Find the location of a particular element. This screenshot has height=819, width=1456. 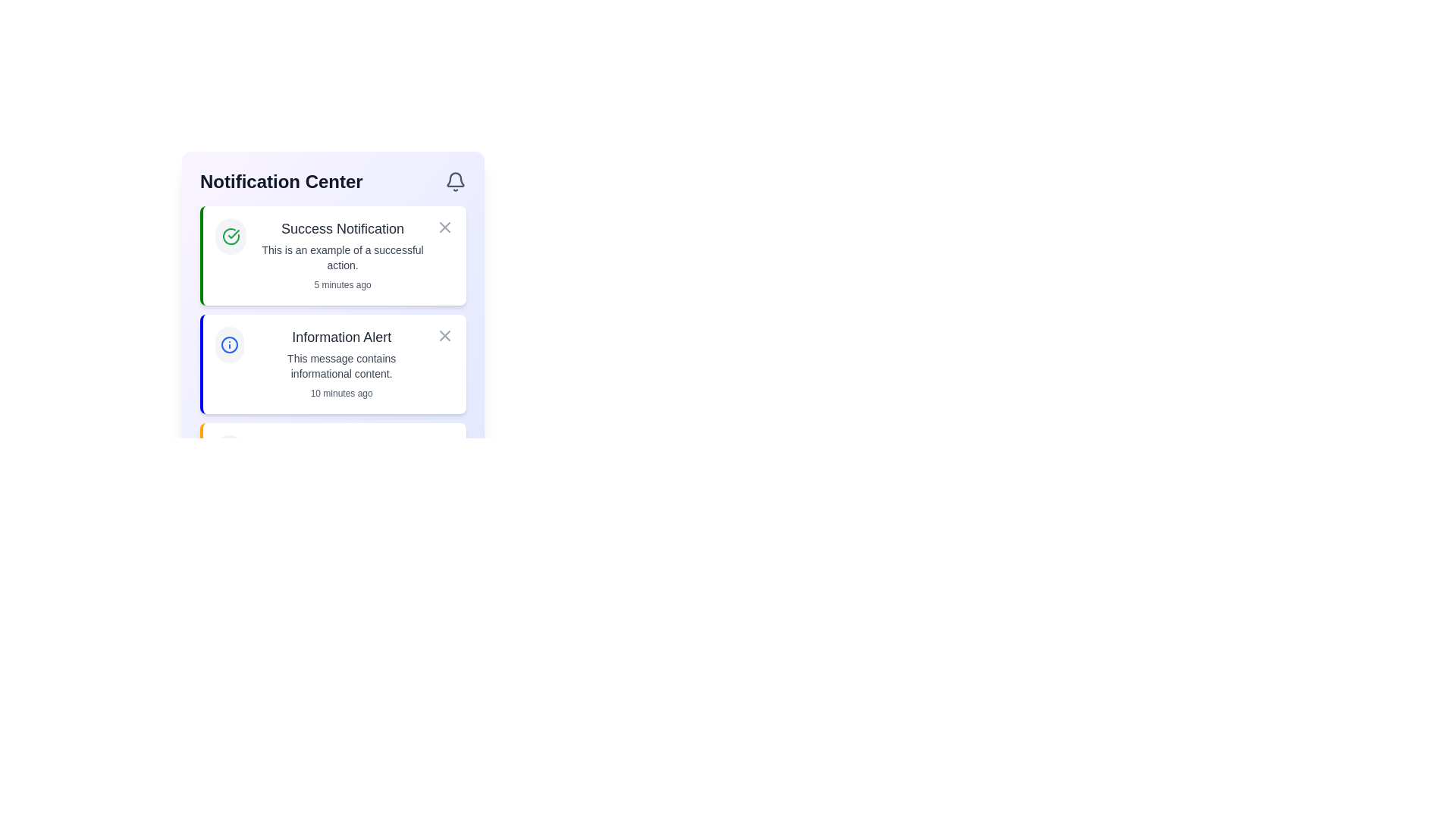

the 'Notification Center' header section, which includes bold text on the left and a bell icon on the right is located at coordinates (332, 180).